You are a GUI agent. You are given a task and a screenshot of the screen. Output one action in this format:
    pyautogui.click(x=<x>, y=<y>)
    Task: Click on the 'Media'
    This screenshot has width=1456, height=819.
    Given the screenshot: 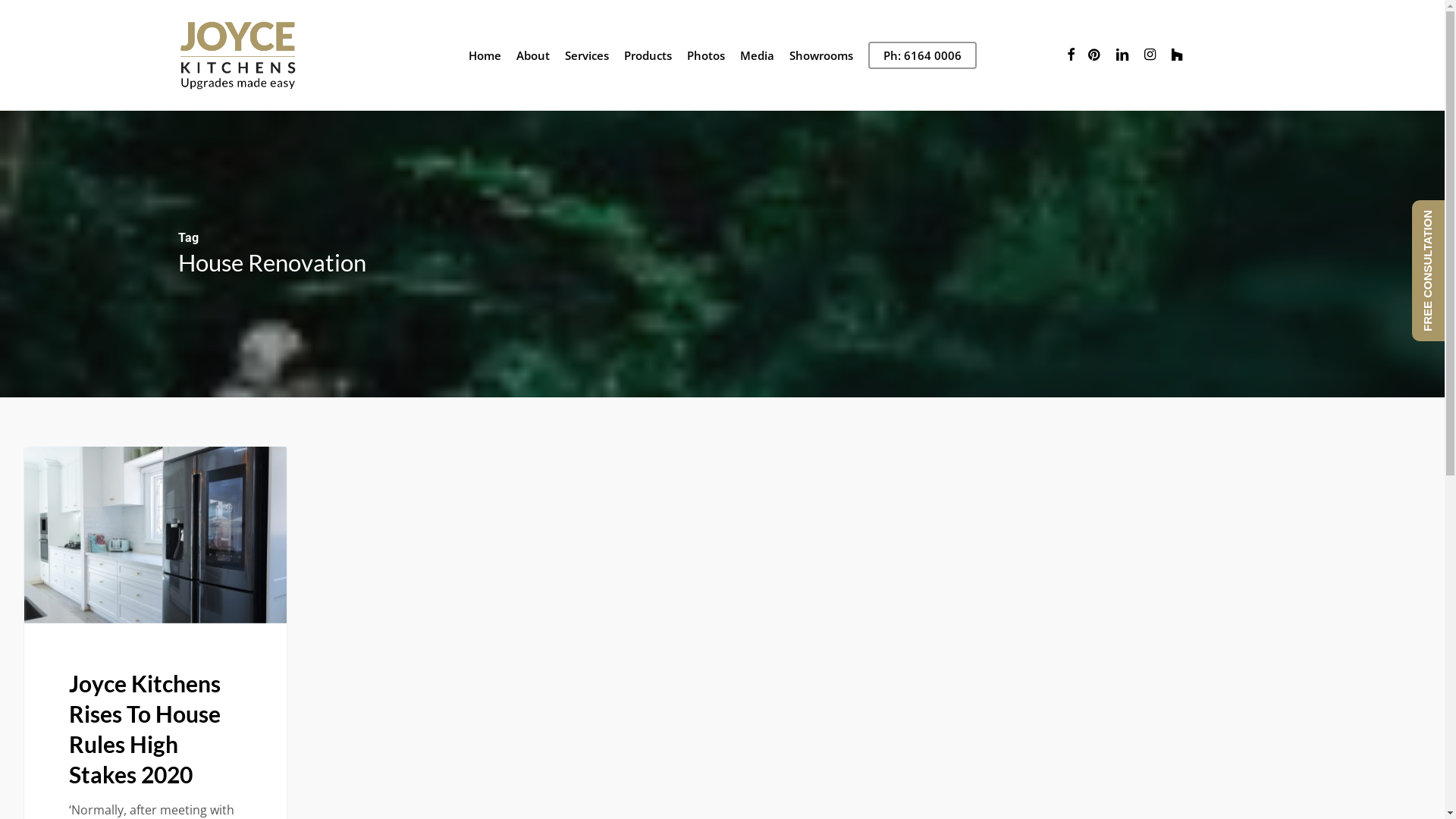 What is the action you would take?
    pyautogui.click(x=757, y=55)
    